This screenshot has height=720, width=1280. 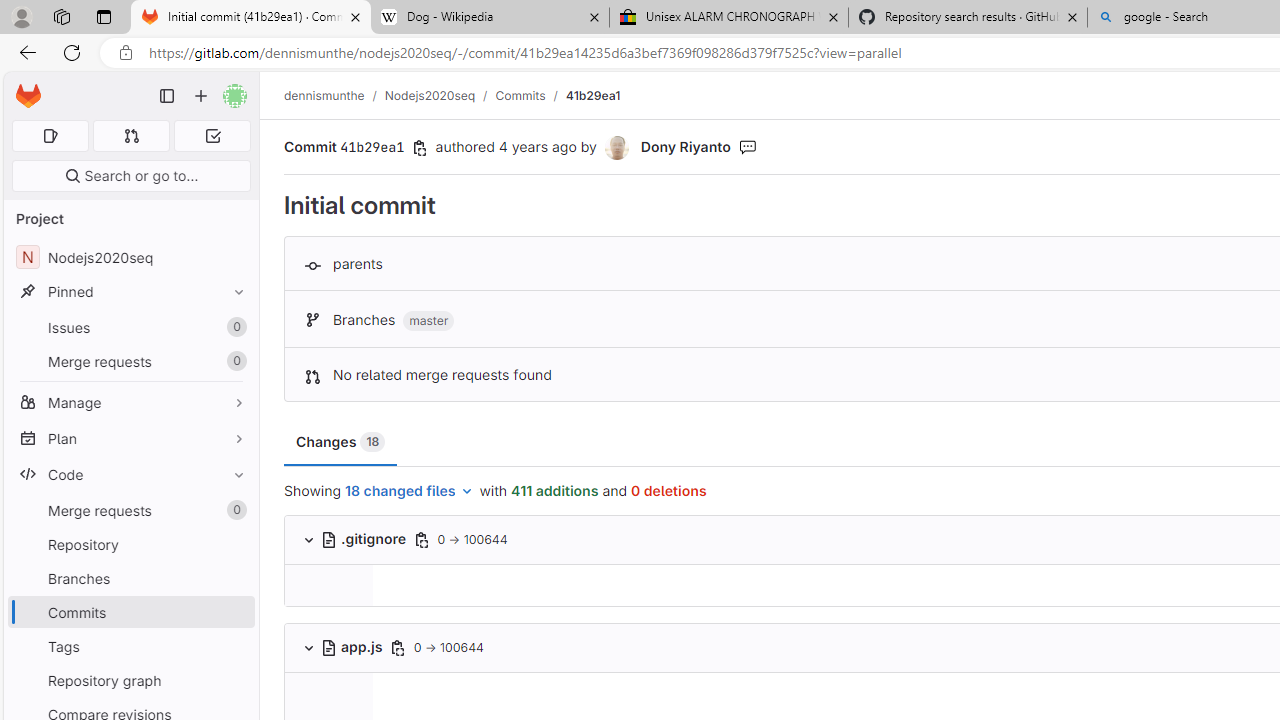 I want to click on 'Pin Repository graph', so click(x=234, y=679).